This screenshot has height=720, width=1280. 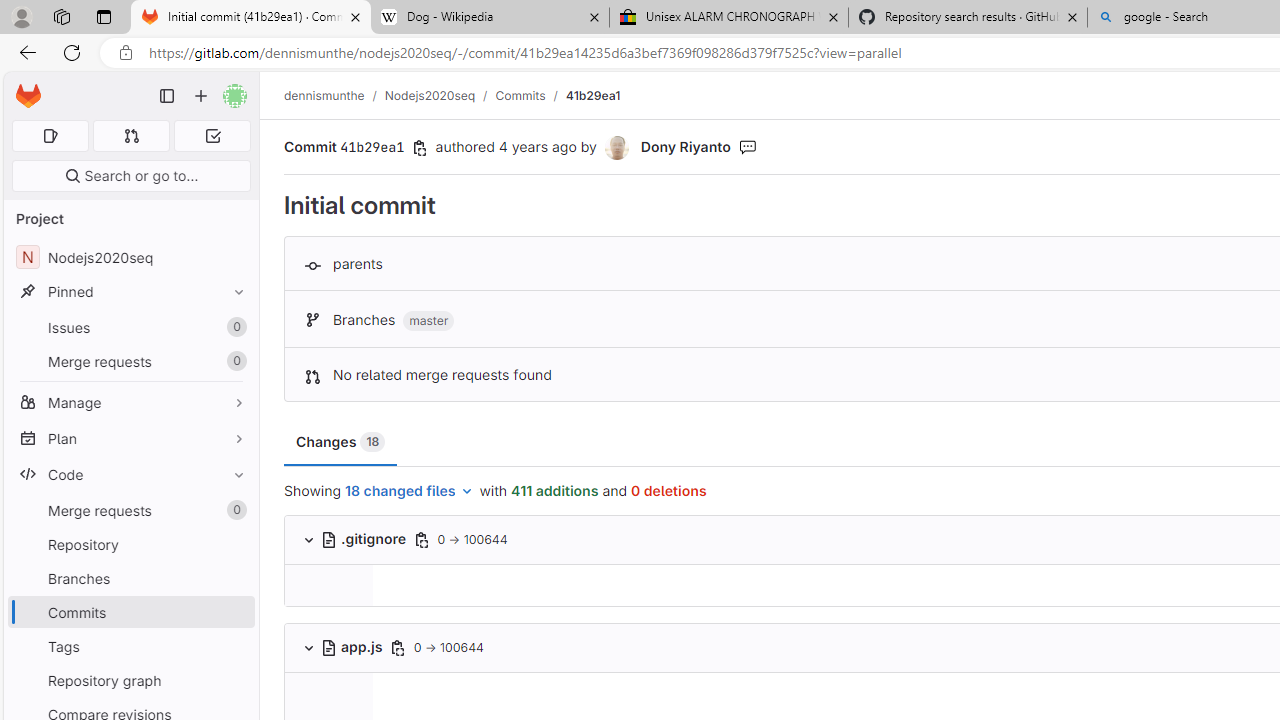 I want to click on 'Pin Repository graph', so click(x=234, y=679).